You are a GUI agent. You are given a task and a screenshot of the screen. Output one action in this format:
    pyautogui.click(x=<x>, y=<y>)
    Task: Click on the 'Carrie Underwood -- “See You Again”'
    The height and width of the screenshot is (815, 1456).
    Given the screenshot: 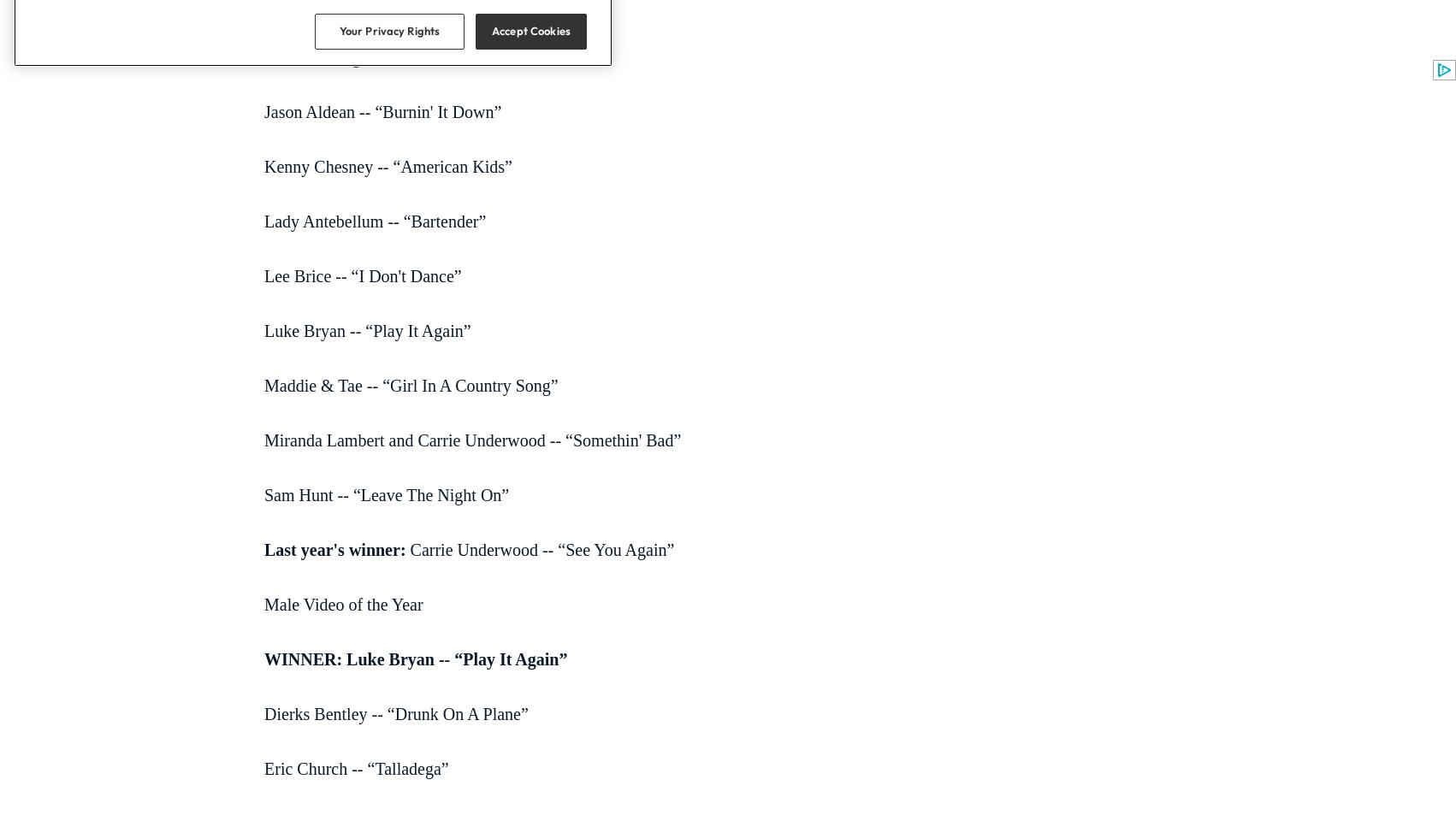 What is the action you would take?
    pyautogui.click(x=539, y=549)
    